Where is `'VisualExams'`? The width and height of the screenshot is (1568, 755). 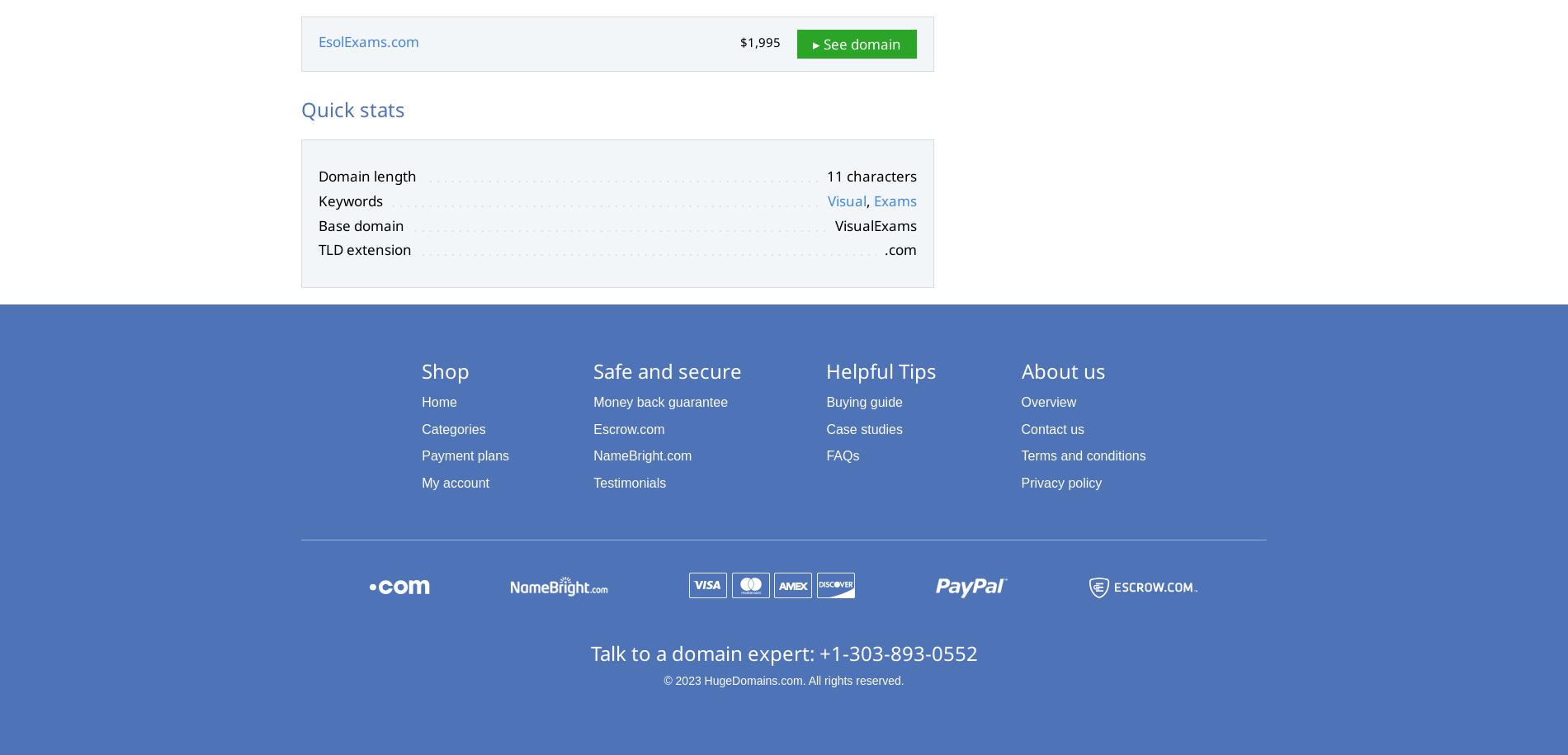 'VisualExams' is located at coordinates (876, 224).